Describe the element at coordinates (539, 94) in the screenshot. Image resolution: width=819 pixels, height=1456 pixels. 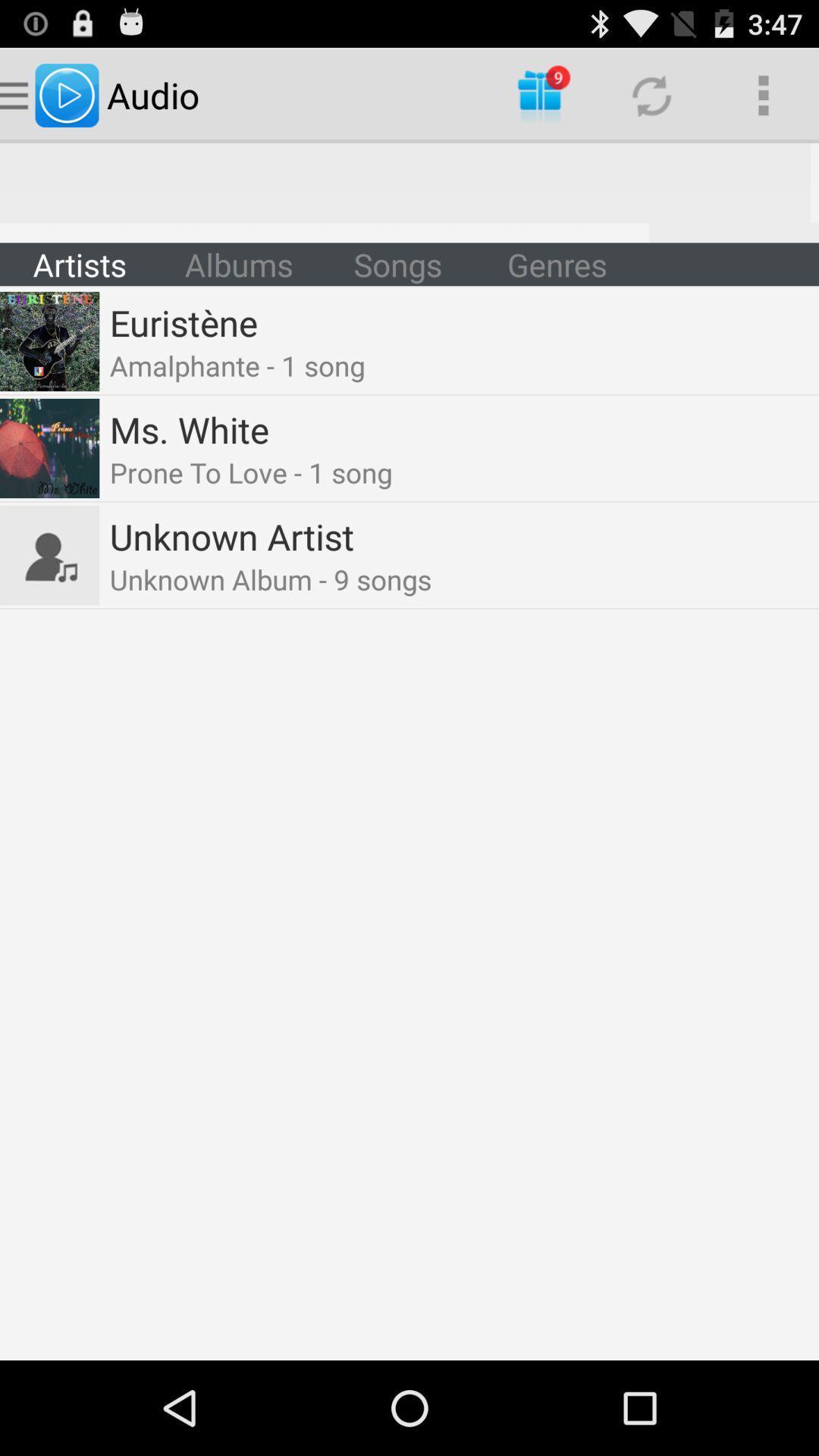
I see `icon to the right of the audio icon` at that location.